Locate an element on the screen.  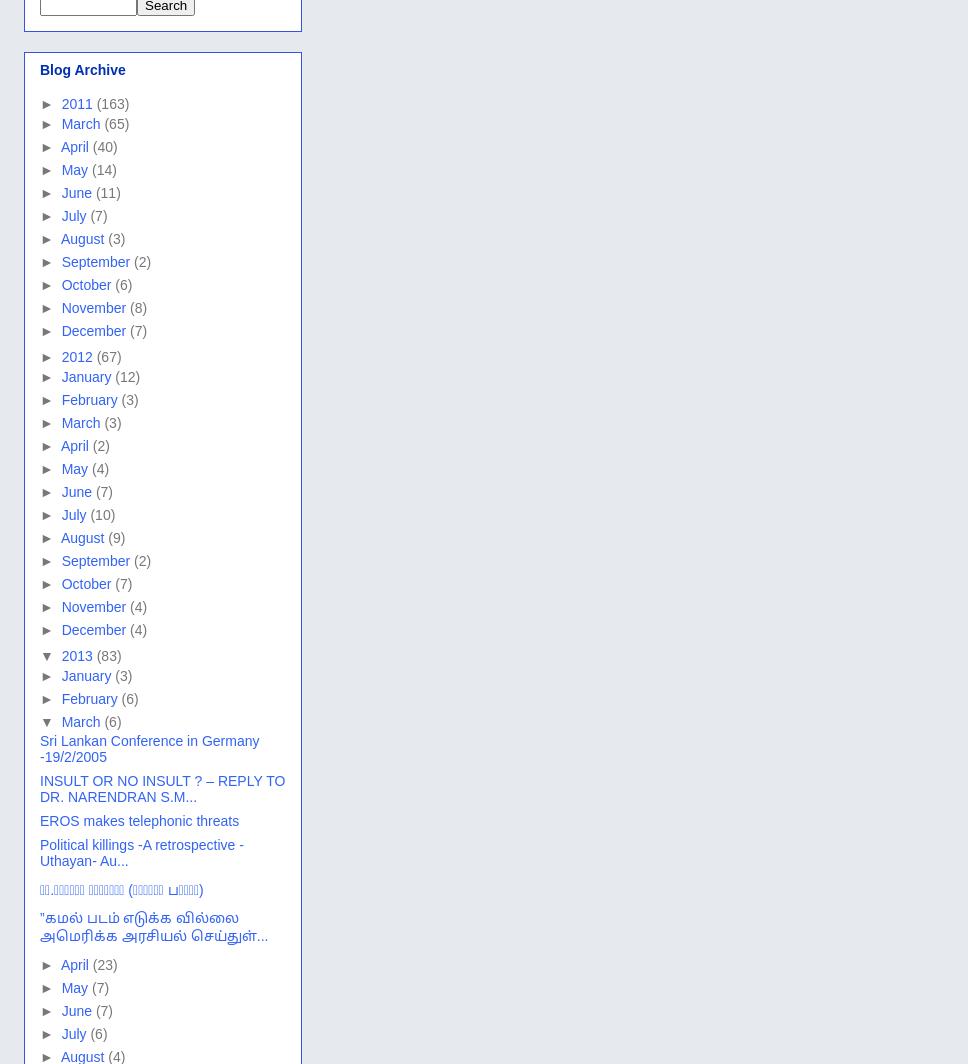
'”கமல் படம் எடுக்க வில்லை அமெரிக்க அரசியல் செய்துள்...' is located at coordinates (153, 926).